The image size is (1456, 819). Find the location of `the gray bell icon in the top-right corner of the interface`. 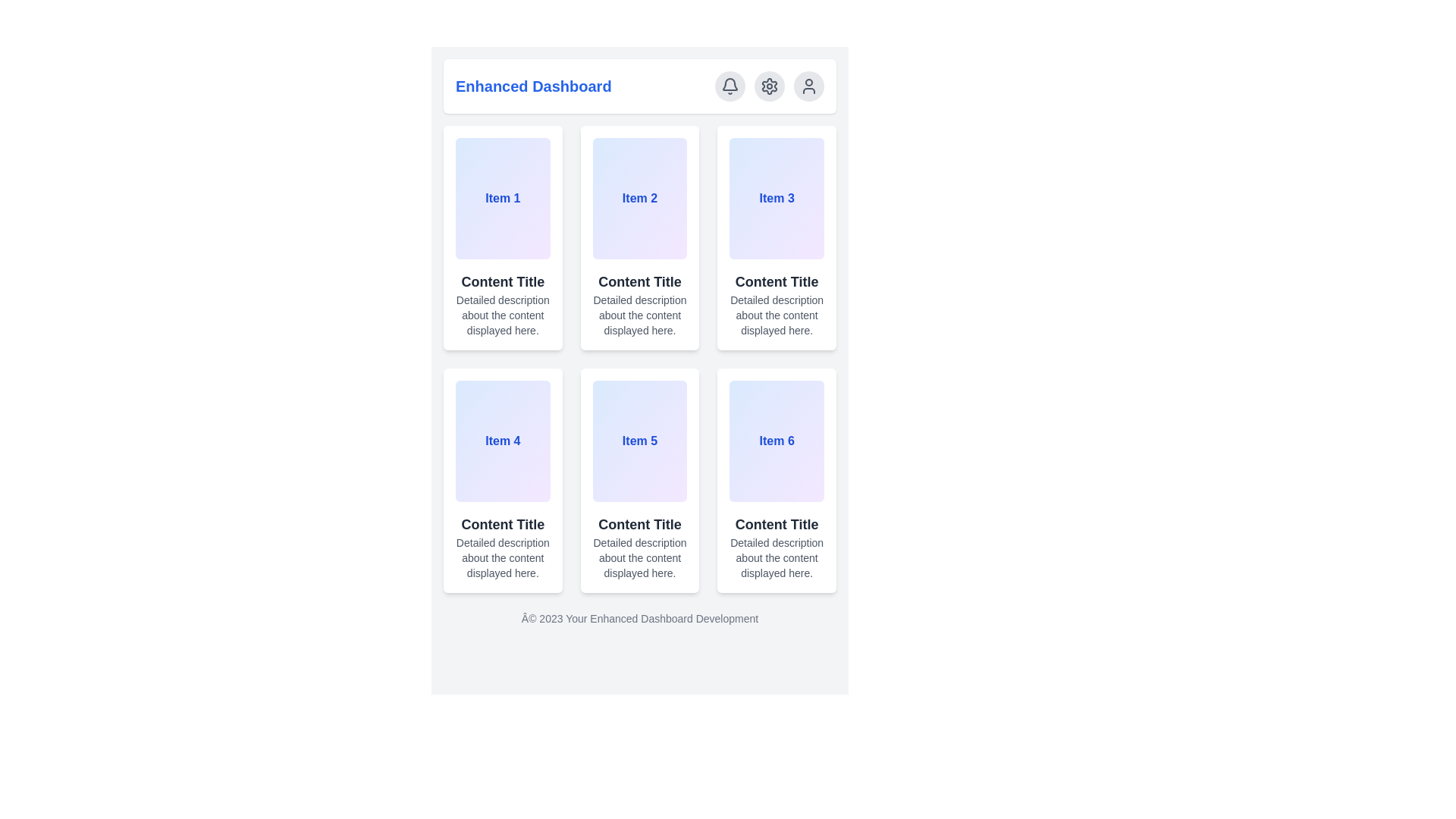

the gray bell icon in the top-right corner of the interface is located at coordinates (730, 86).